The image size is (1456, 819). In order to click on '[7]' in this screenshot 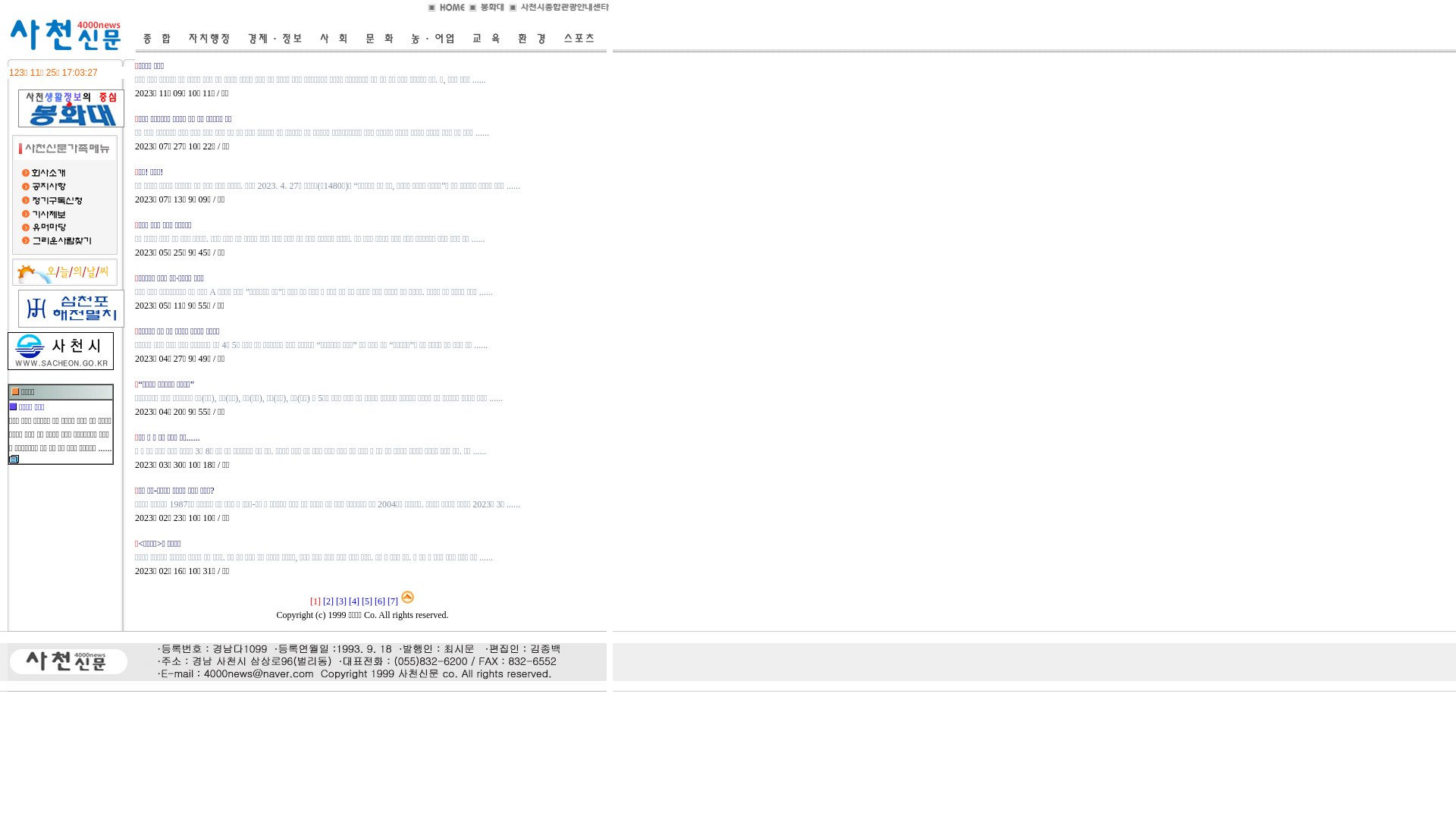, I will do `click(393, 601)`.